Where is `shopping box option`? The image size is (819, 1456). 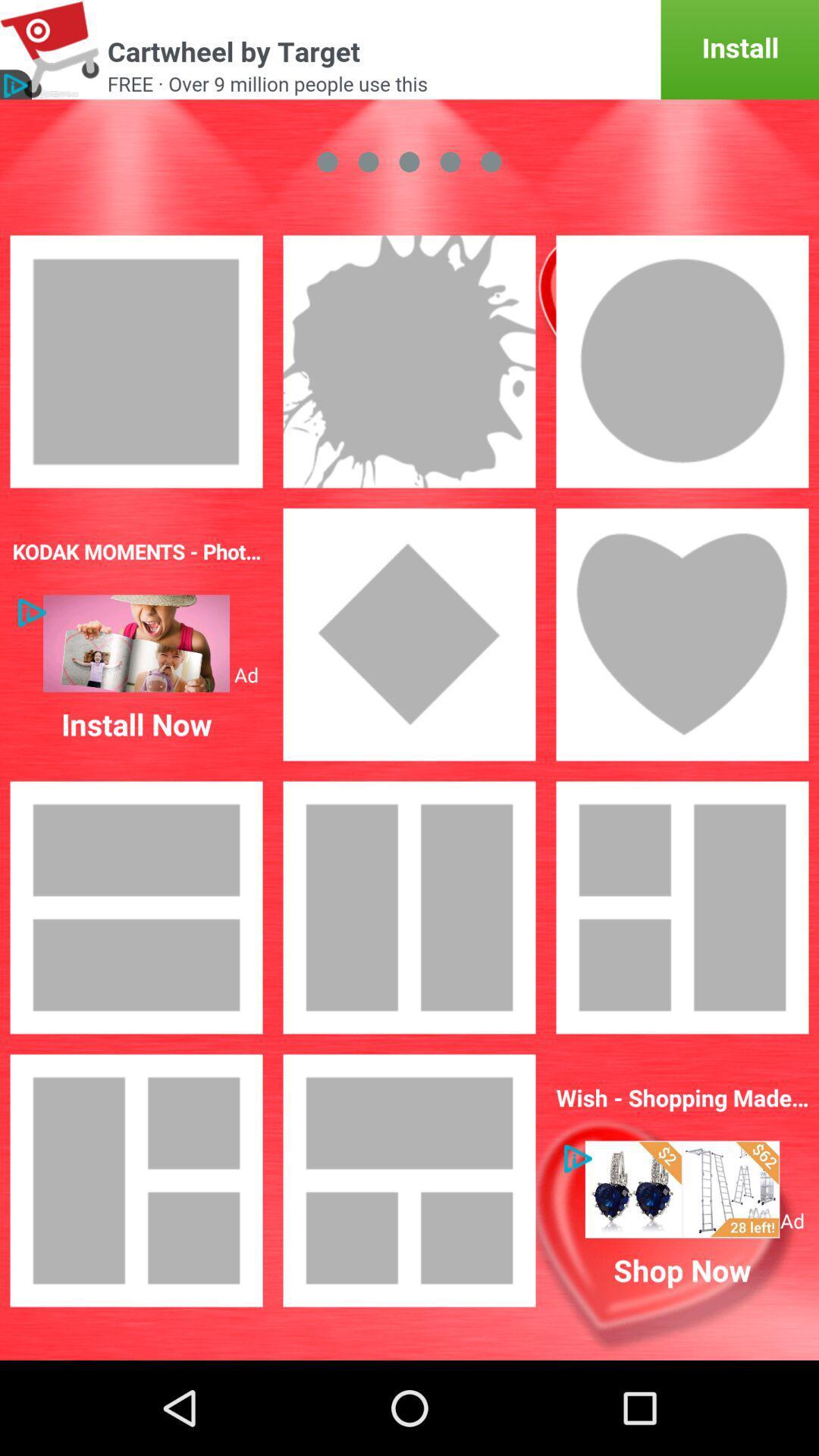
shopping box option is located at coordinates (681, 1188).